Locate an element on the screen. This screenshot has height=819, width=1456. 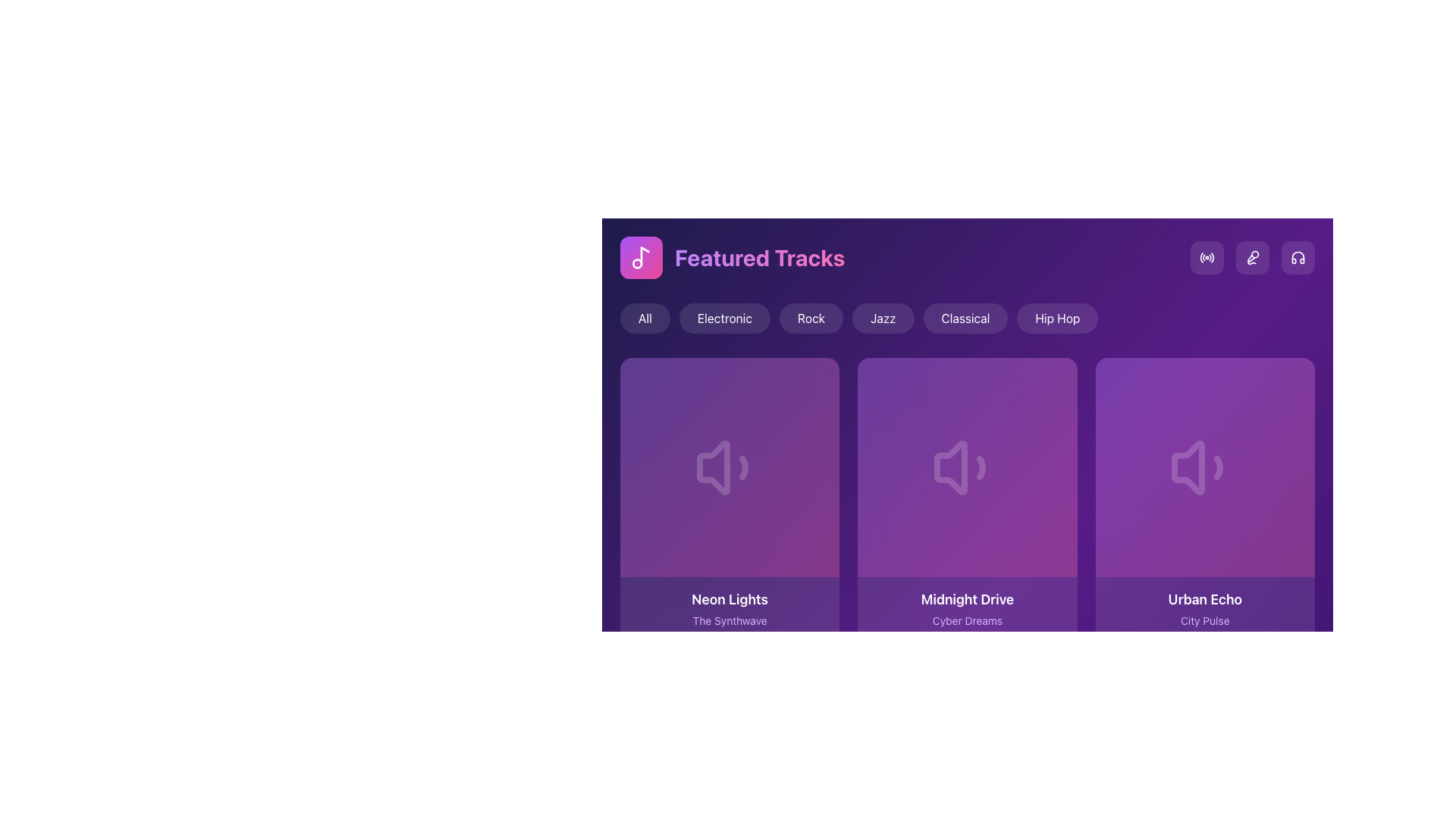
the icon-based button representing vocal audio or microphone operations is located at coordinates (1252, 256).